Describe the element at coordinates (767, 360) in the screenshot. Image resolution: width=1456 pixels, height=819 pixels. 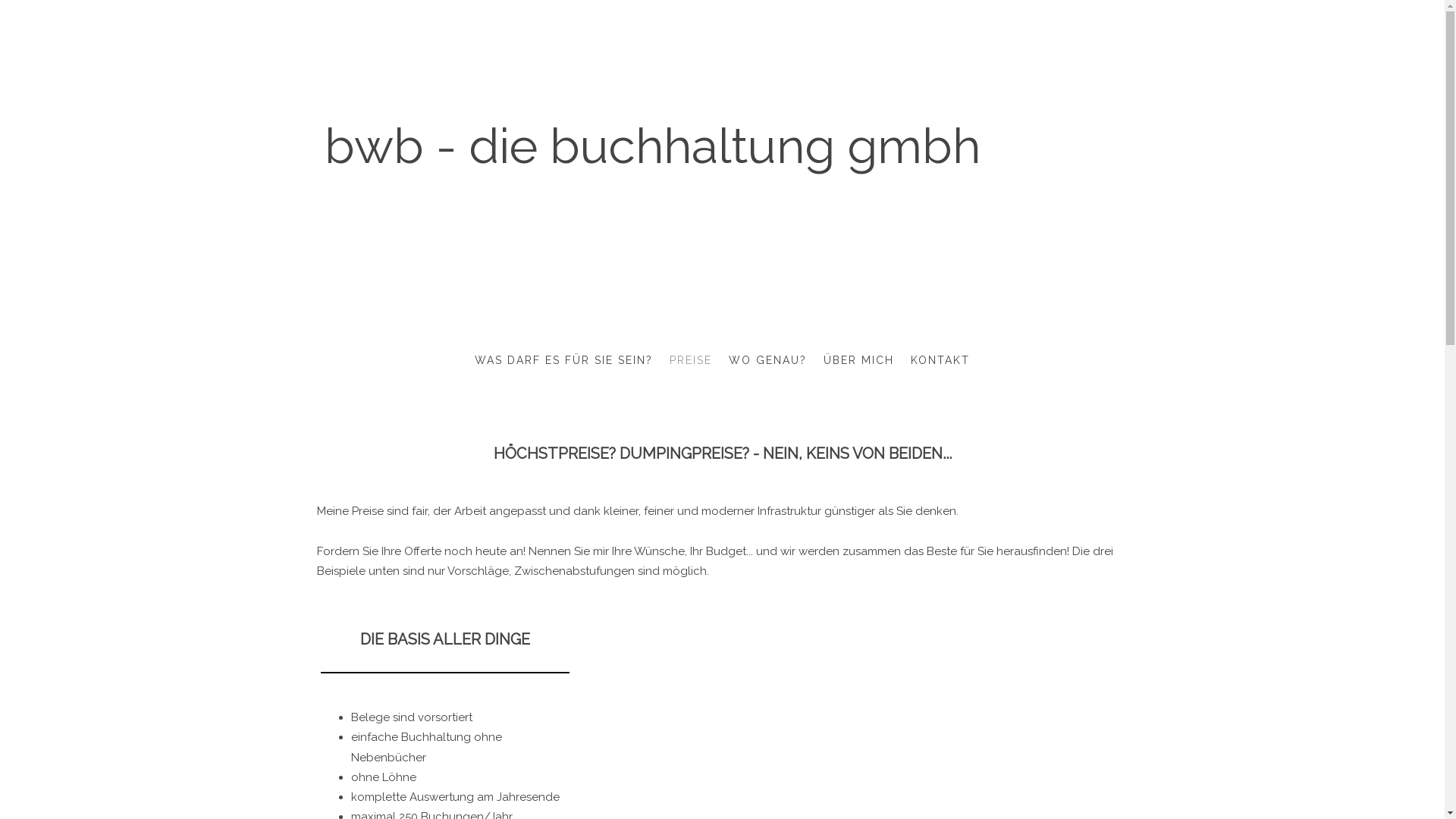
I see `'WO GENAU?'` at that location.